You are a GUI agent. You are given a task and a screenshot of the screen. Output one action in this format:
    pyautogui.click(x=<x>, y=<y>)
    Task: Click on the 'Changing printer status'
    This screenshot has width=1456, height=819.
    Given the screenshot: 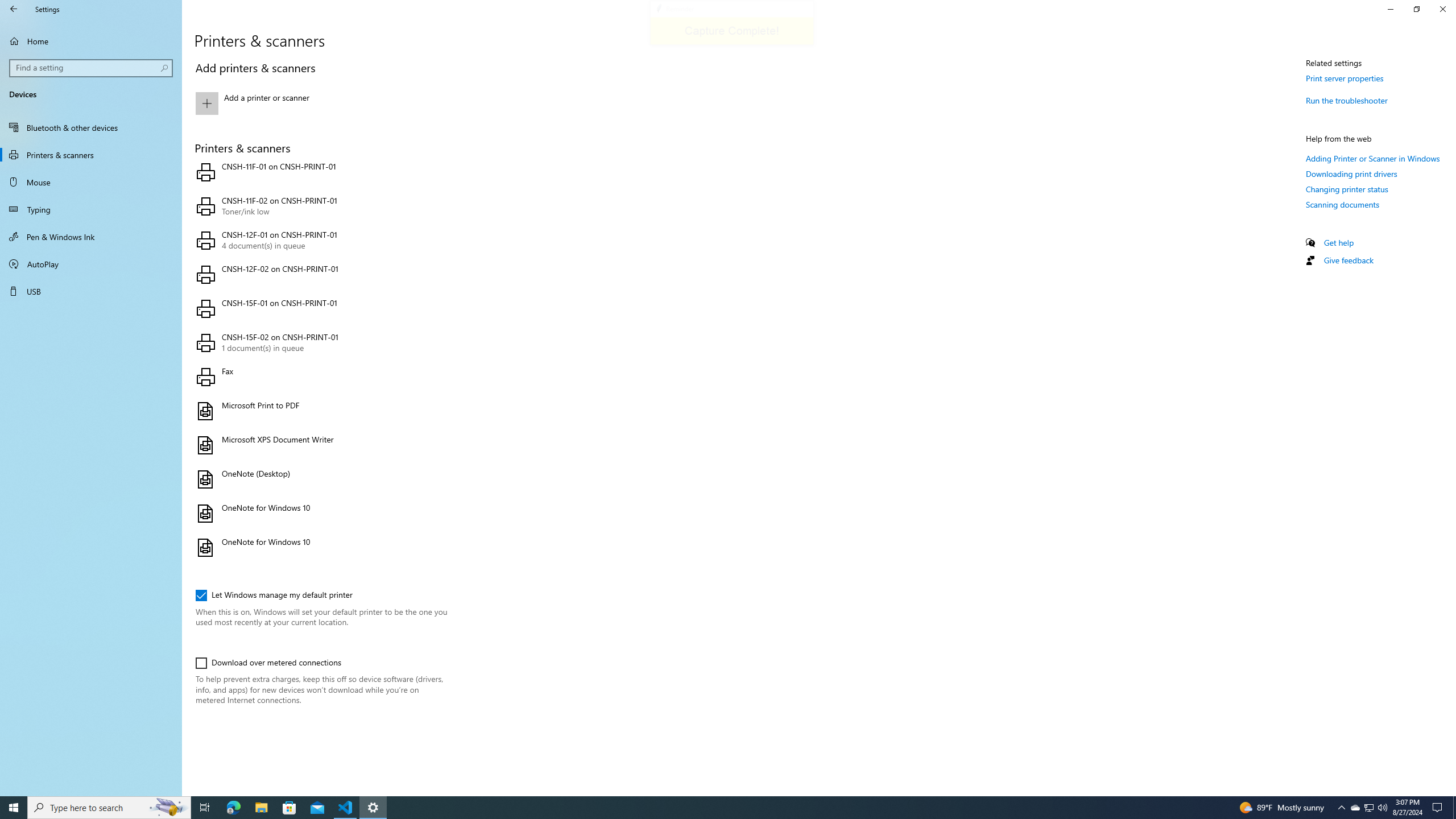 What is the action you would take?
    pyautogui.click(x=1347, y=189)
    